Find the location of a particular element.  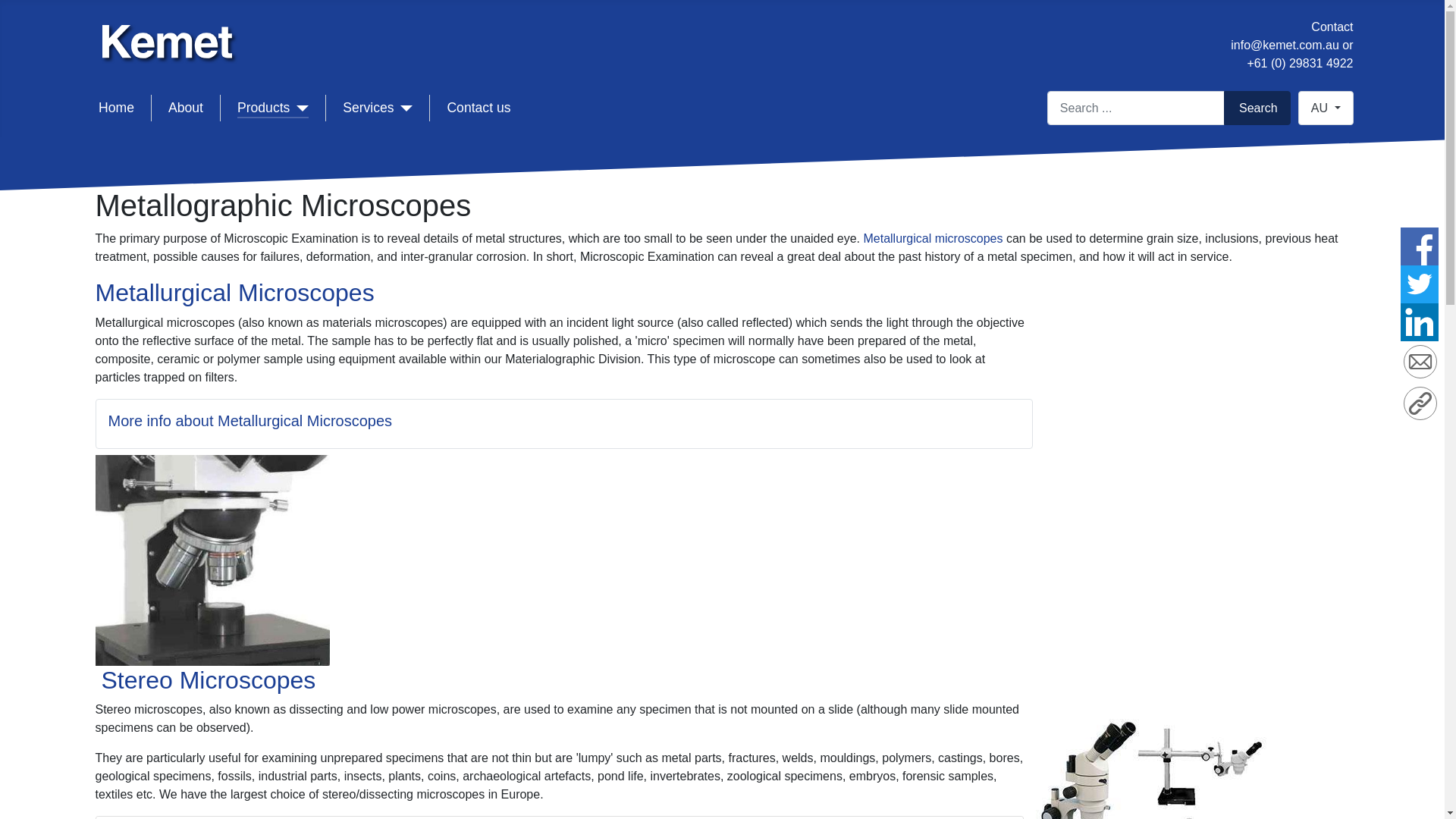

'Email' is located at coordinates (1419, 363).